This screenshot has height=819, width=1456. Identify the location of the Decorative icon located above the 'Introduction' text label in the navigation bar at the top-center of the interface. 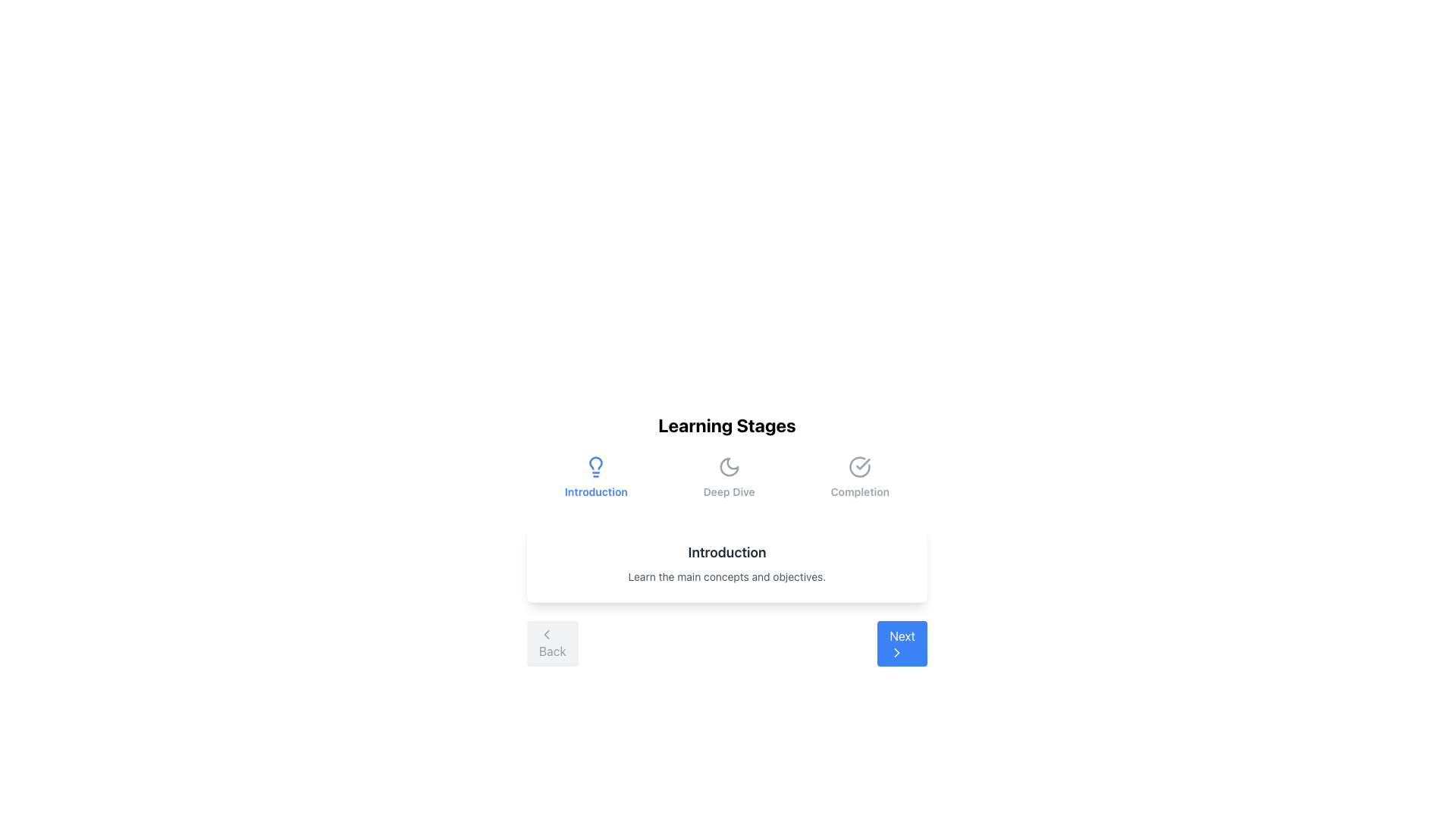
(595, 462).